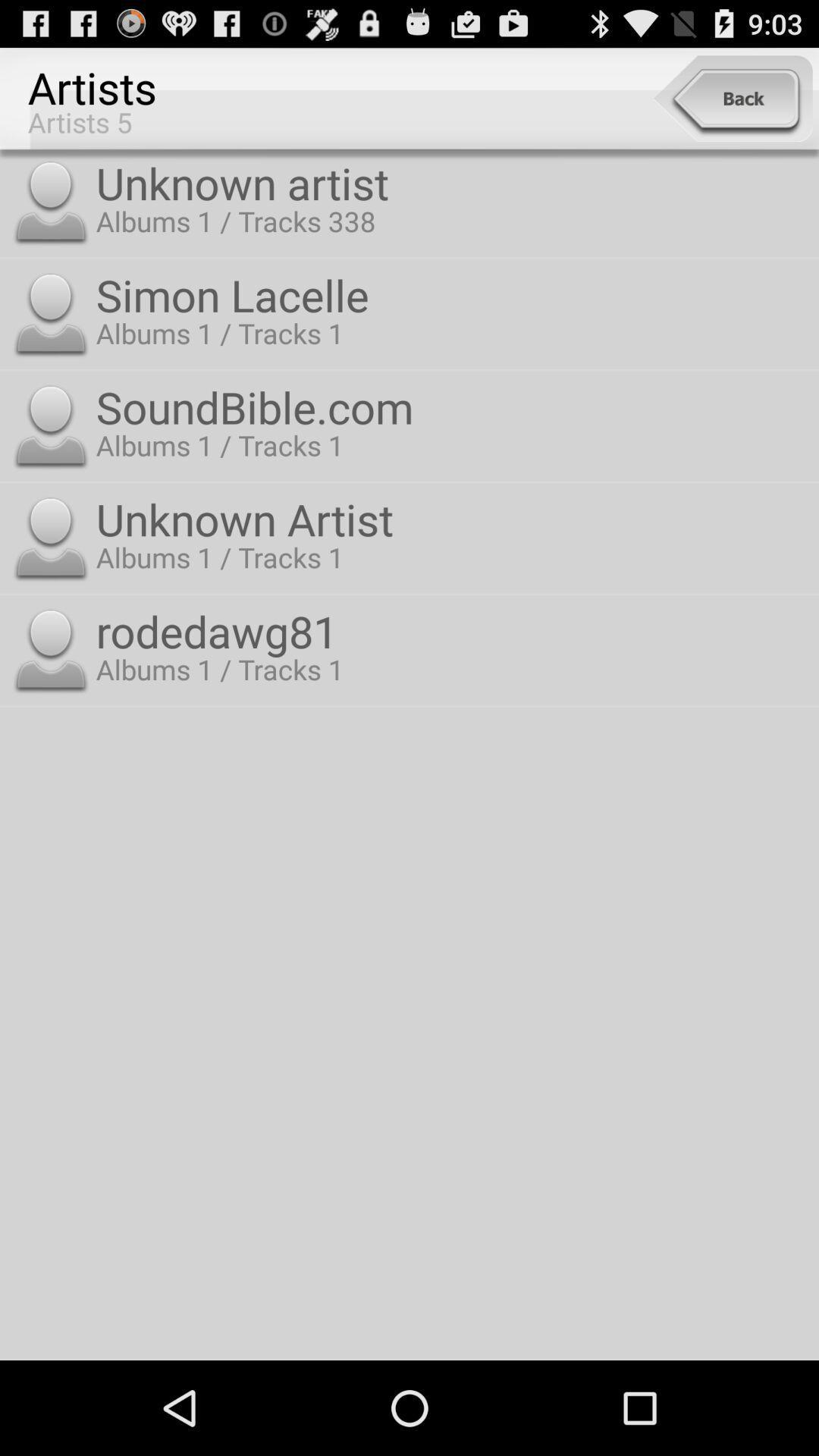  What do you see at coordinates (453, 406) in the screenshot?
I see `the soundbible.com item` at bounding box center [453, 406].